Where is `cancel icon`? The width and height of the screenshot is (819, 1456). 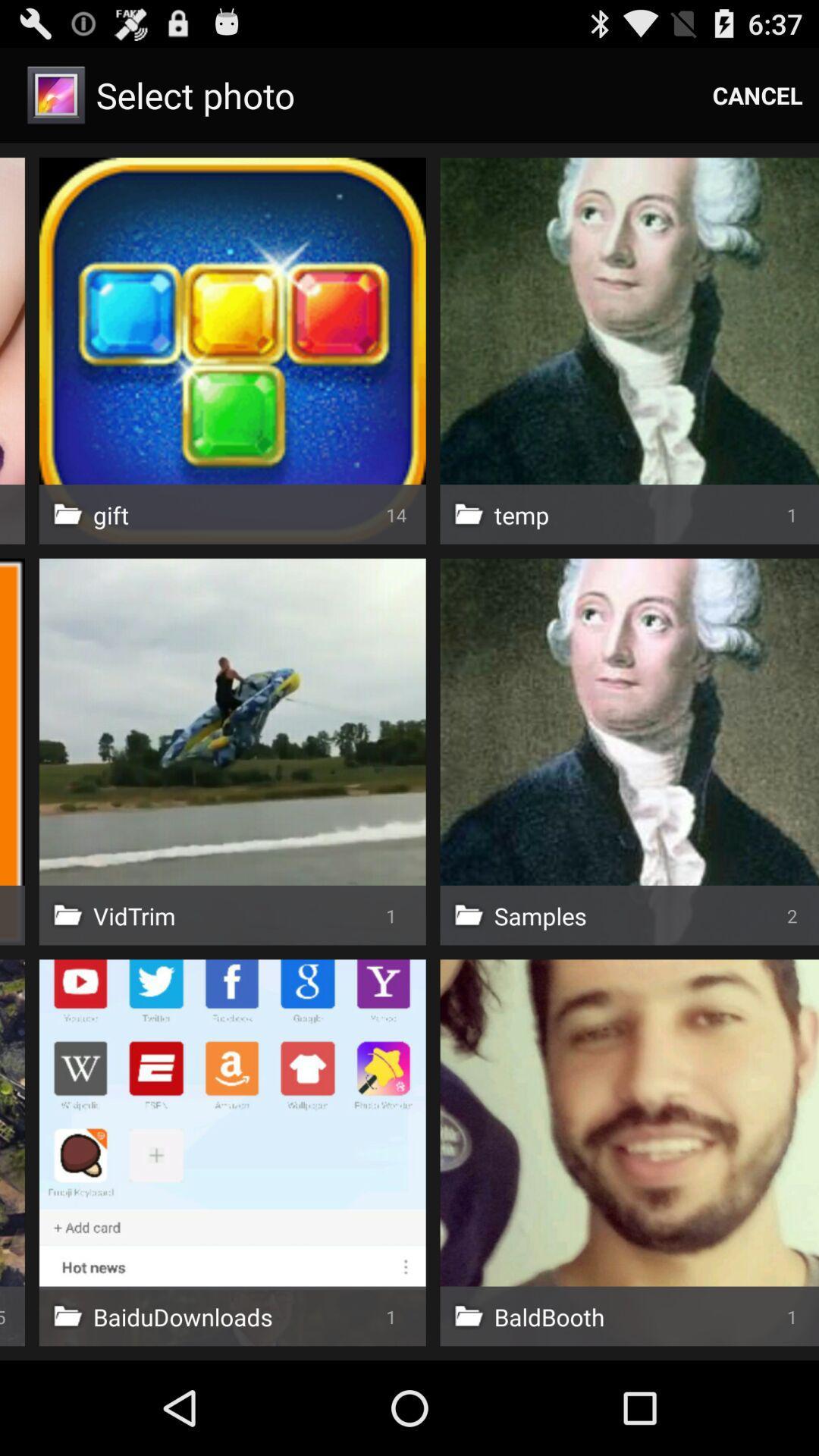 cancel icon is located at coordinates (758, 94).